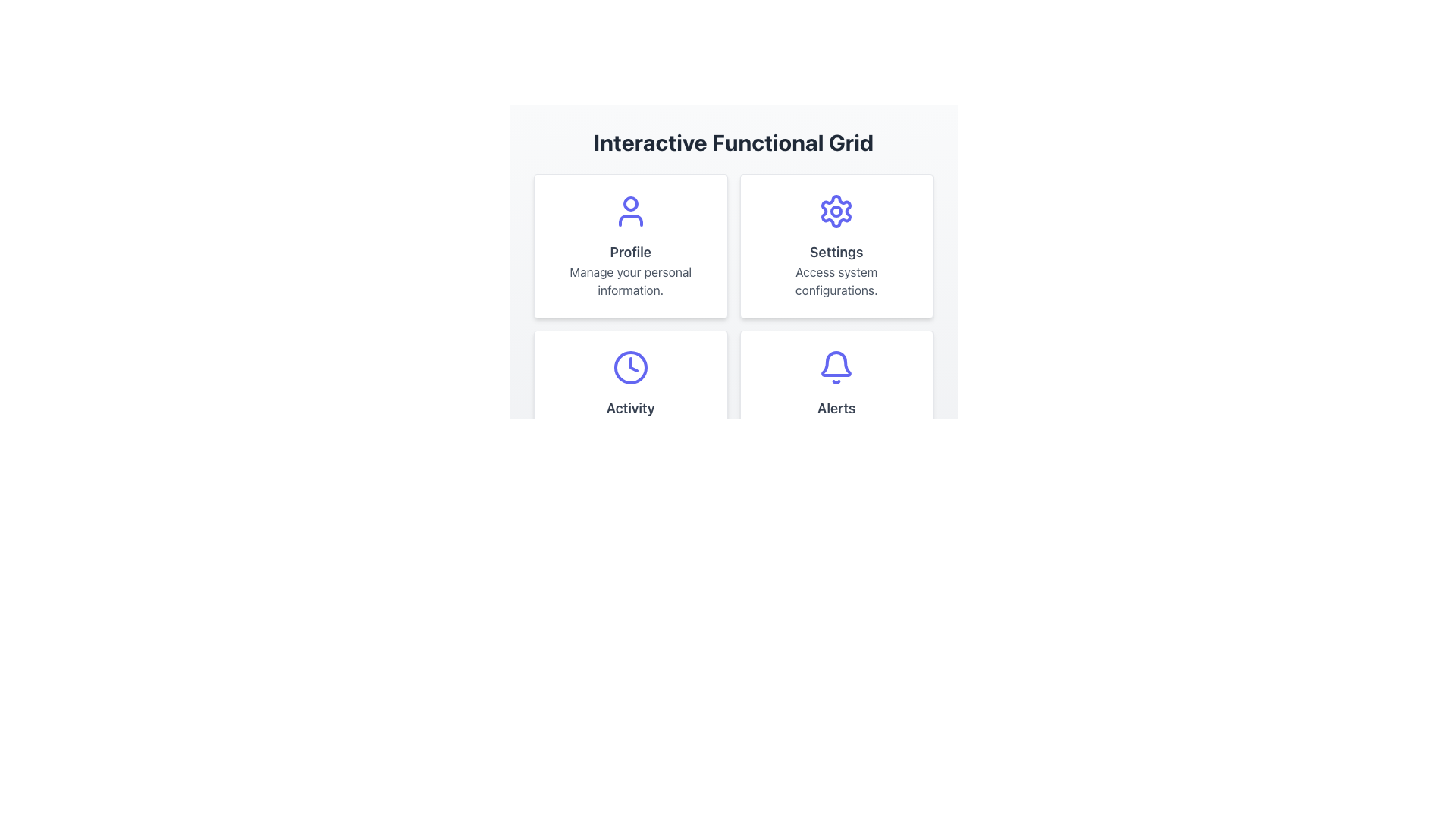 This screenshot has height=819, width=1456. What do you see at coordinates (630, 408) in the screenshot?
I see `the text label displaying 'Activity', which is styled with a bold, large font and is located in the lower-left card of the grid layout` at bounding box center [630, 408].